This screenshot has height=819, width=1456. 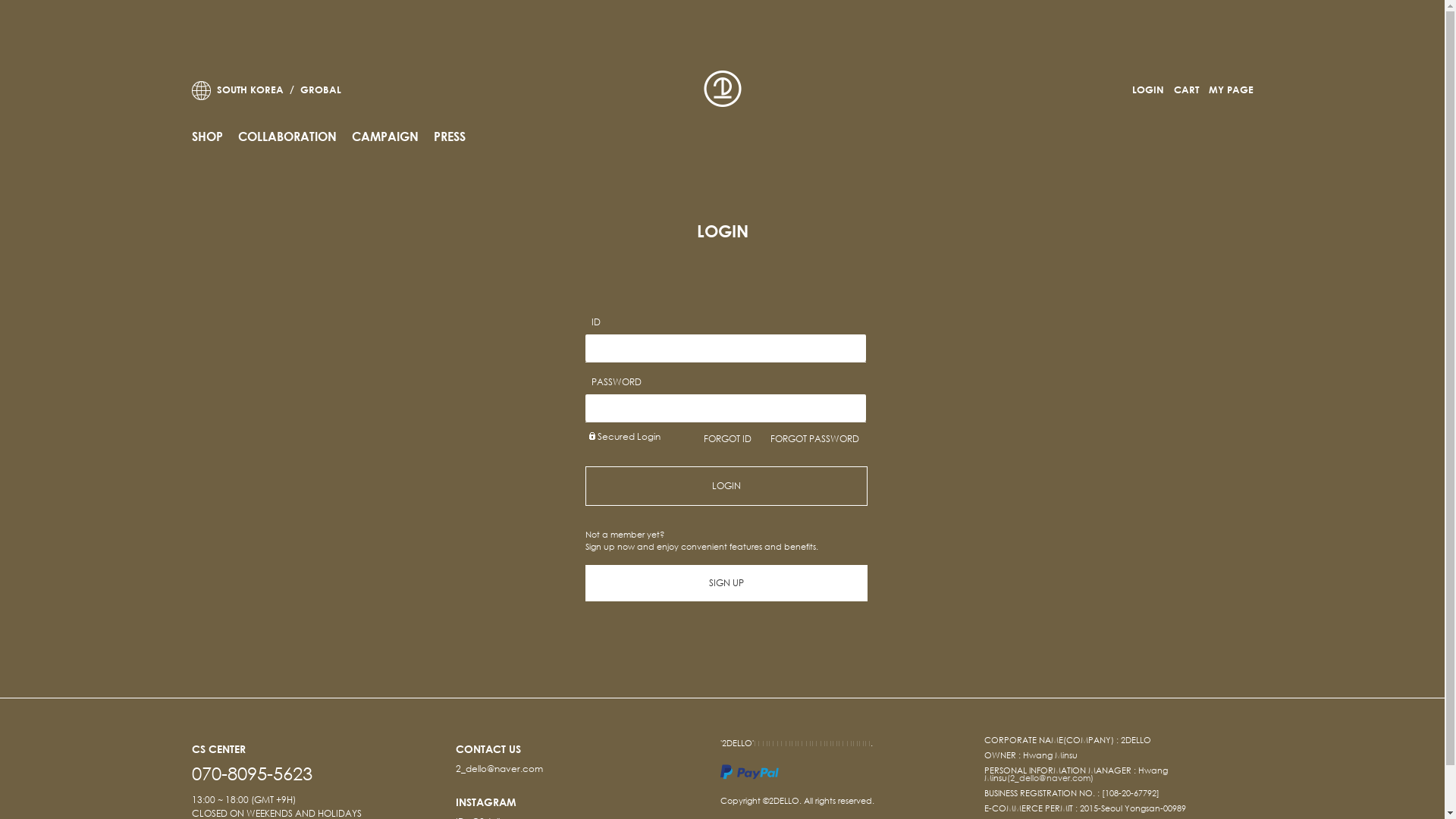 What do you see at coordinates (1165, 89) in the screenshot?
I see `'CART'` at bounding box center [1165, 89].